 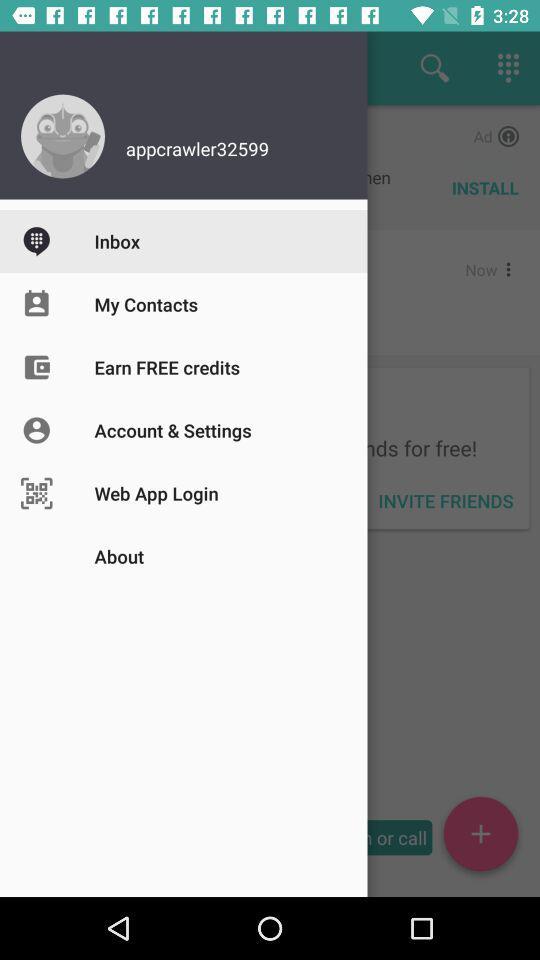 What do you see at coordinates (479, 837) in the screenshot?
I see `the add icon` at bounding box center [479, 837].